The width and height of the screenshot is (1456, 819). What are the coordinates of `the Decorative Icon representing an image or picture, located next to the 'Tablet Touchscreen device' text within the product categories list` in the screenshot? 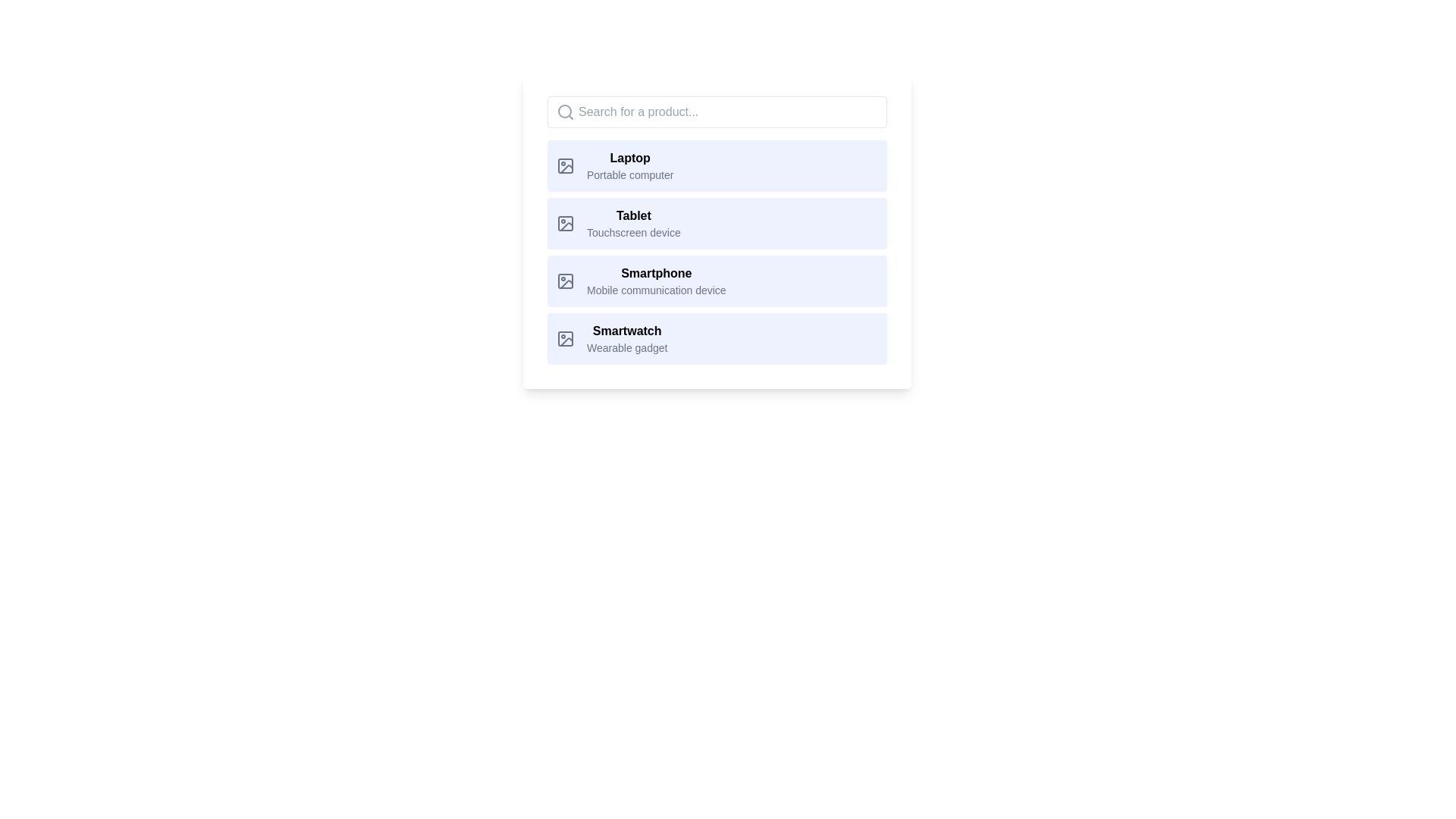 It's located at (564, 223).